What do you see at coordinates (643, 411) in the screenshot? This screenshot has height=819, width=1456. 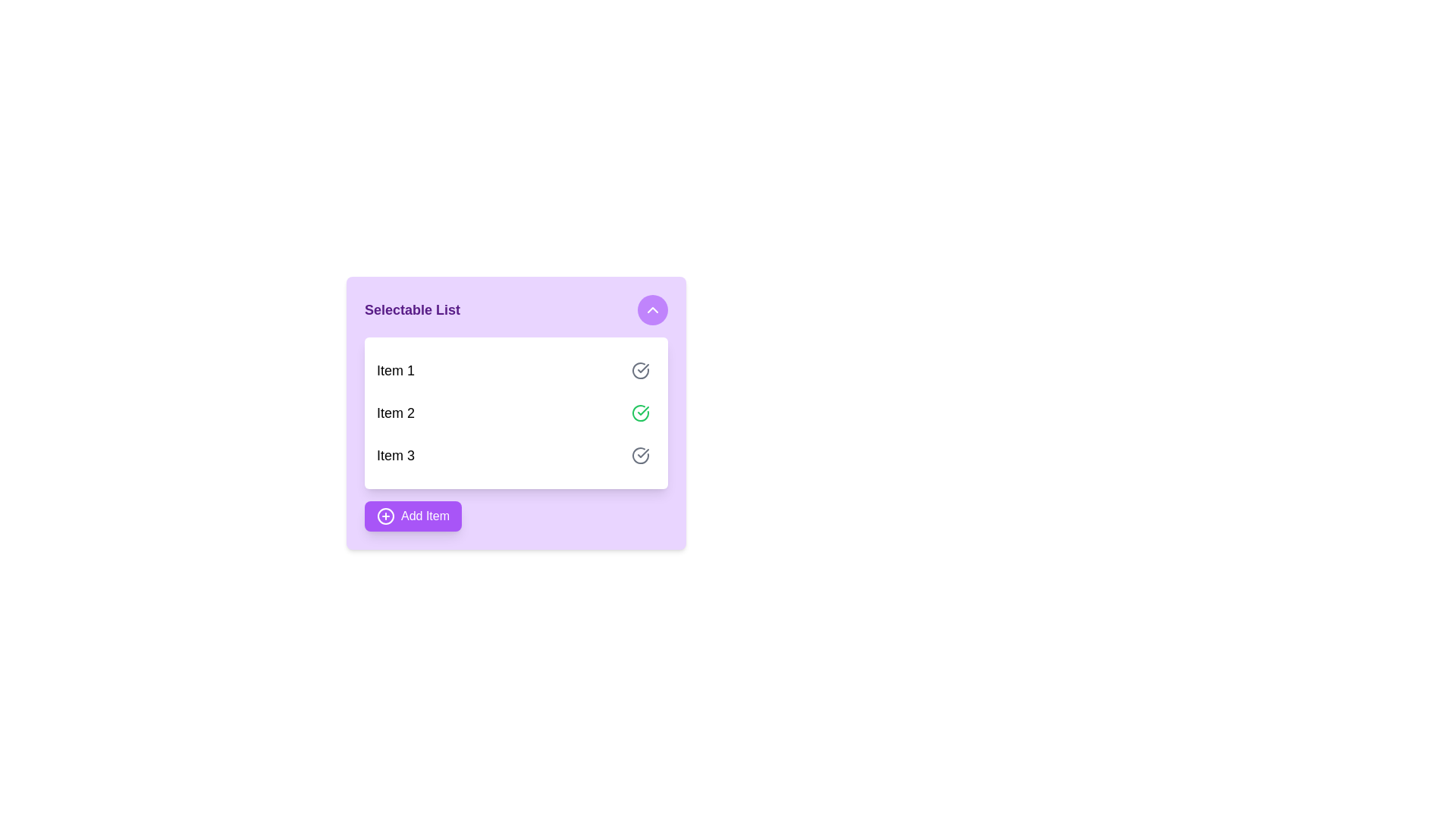 I see `the graphical checkmark icon located in the second row of the list on the far right side` at bounding box center [643, 411].